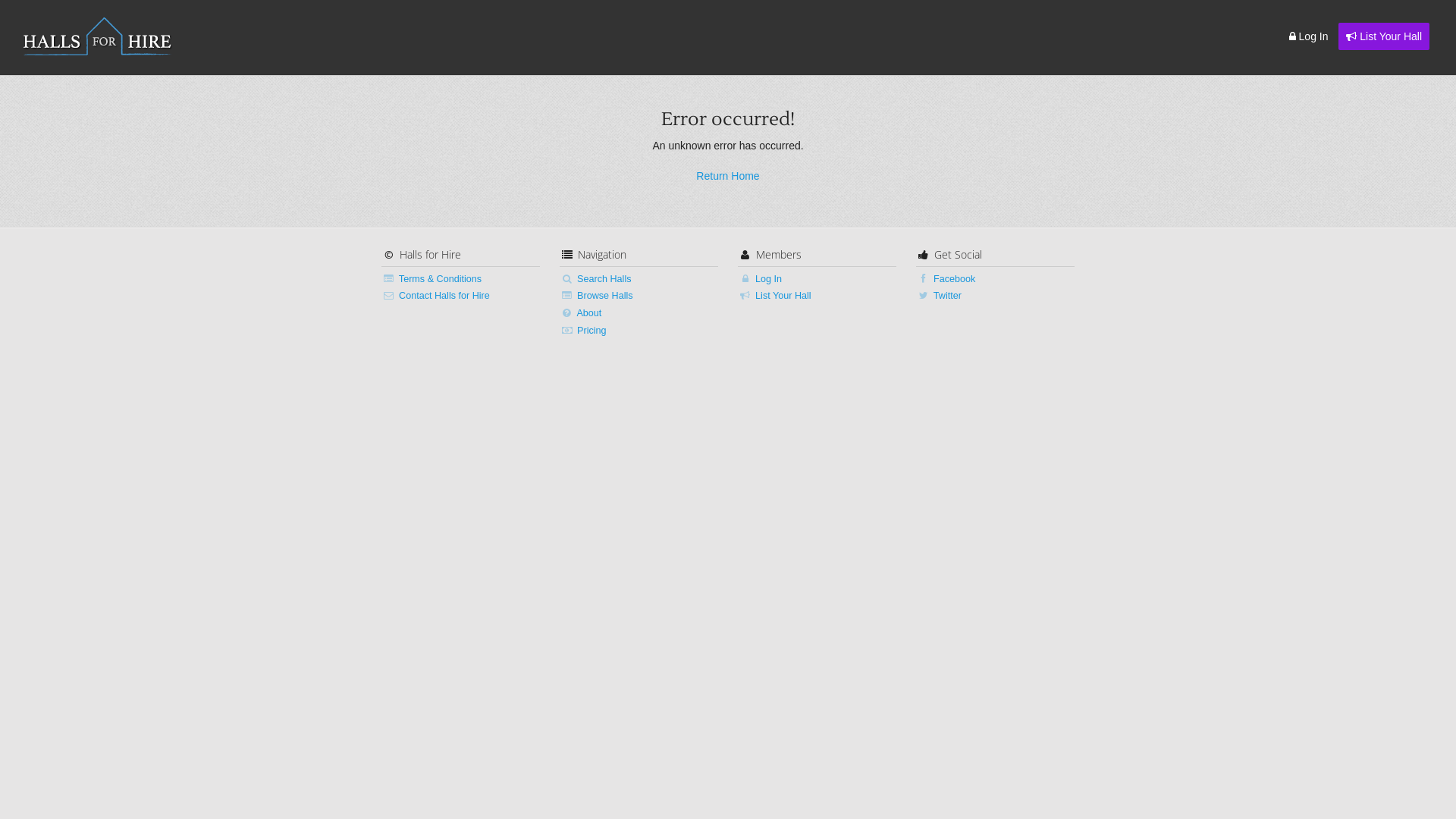 The image size is (1456, 819). Describe the element at coordinates (639, 330) in the screenshot. I see `'Pricing'` at that location.